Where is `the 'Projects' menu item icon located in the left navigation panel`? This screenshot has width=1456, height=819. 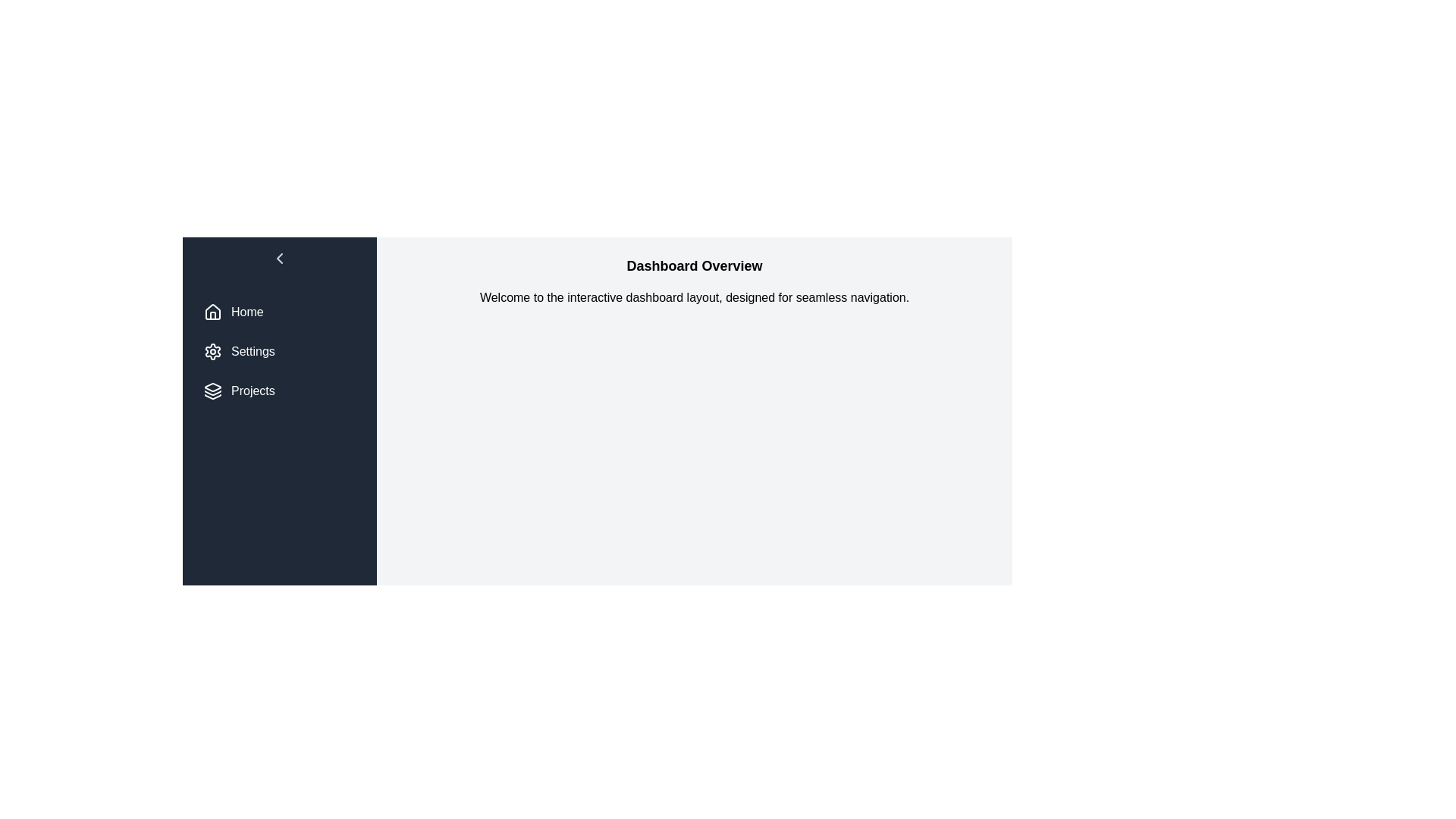 the 'Projects' menu item icon located in the left navigation panel is located at coordinates (212, 391).